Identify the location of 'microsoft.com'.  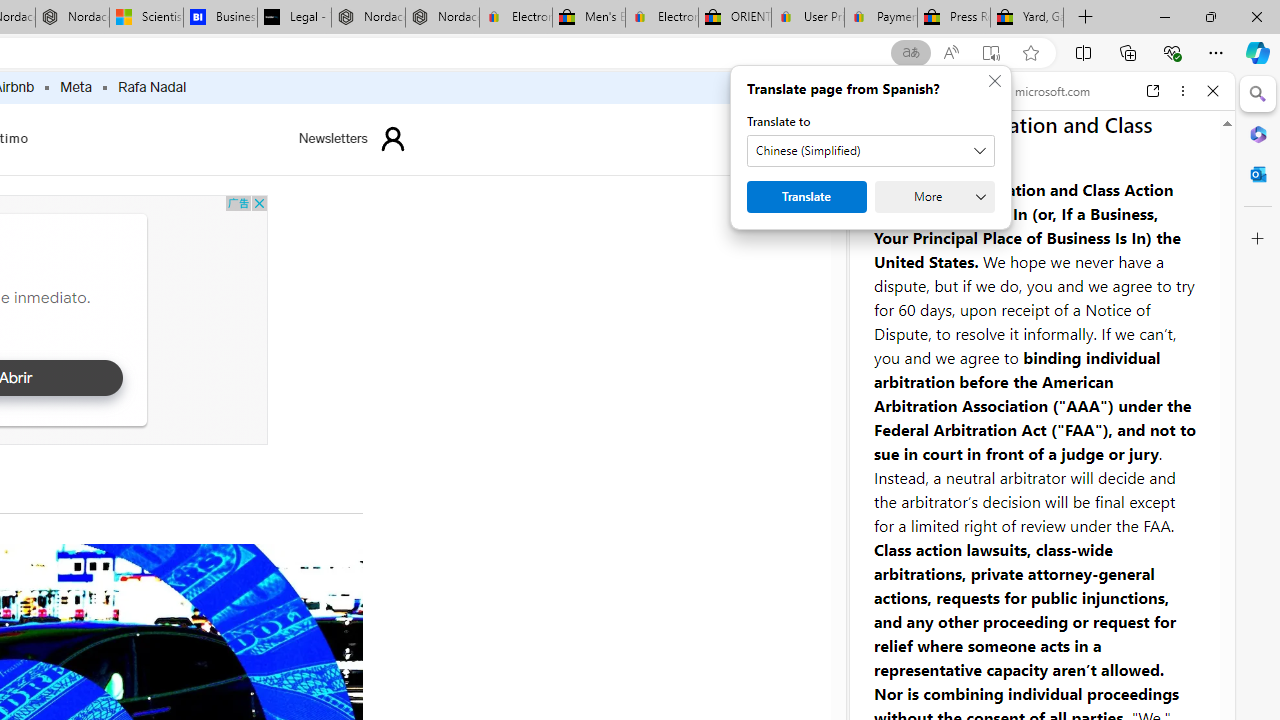
(1044, 91).